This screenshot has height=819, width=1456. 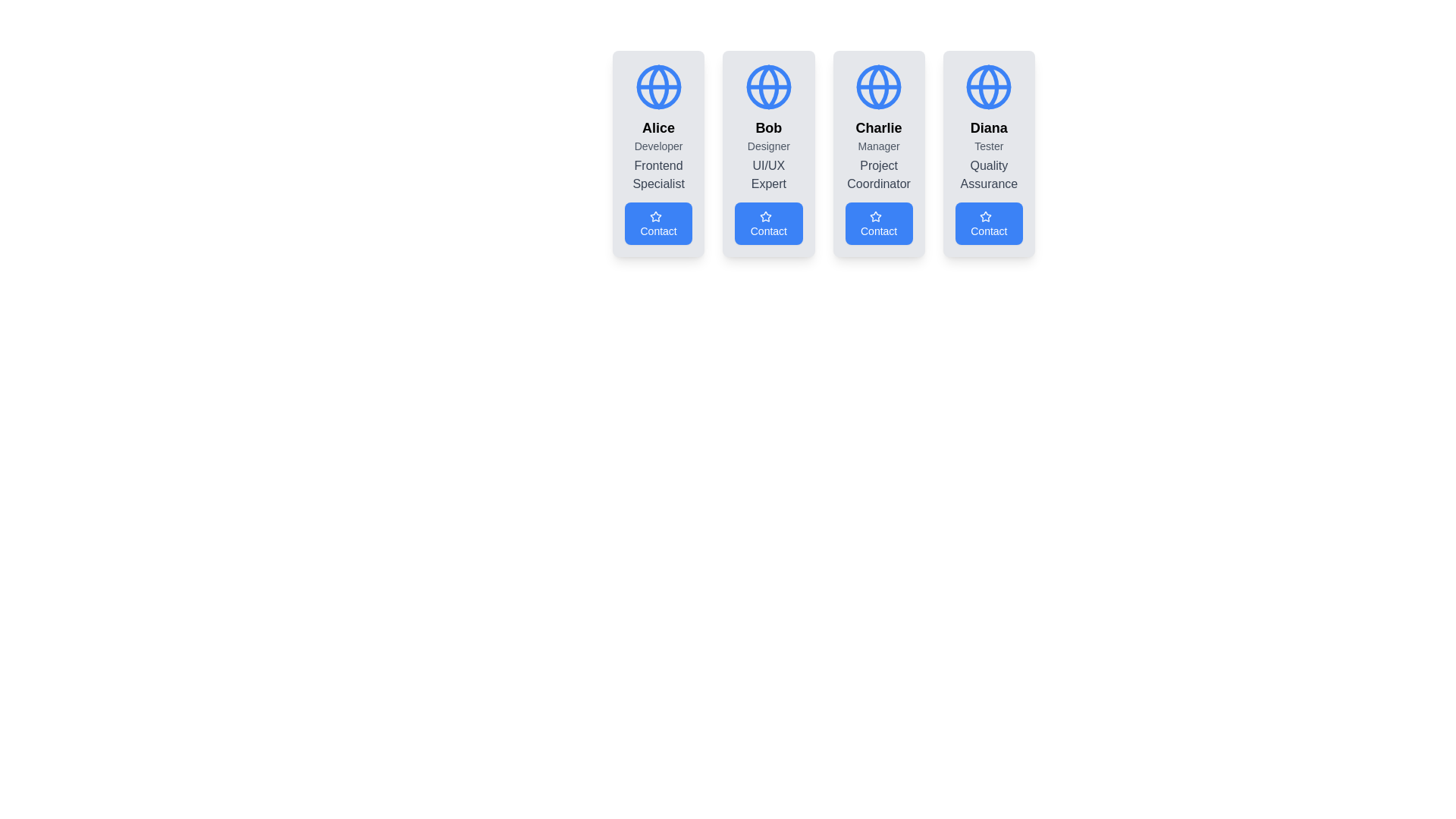 What do you see at coordinates (876, 217) in the screenshot?
I see `the star-shaped icon located within the 'Contact' button at the bottom of Charlie's card, which is the third card from the left` at bounding box center [876, 217].